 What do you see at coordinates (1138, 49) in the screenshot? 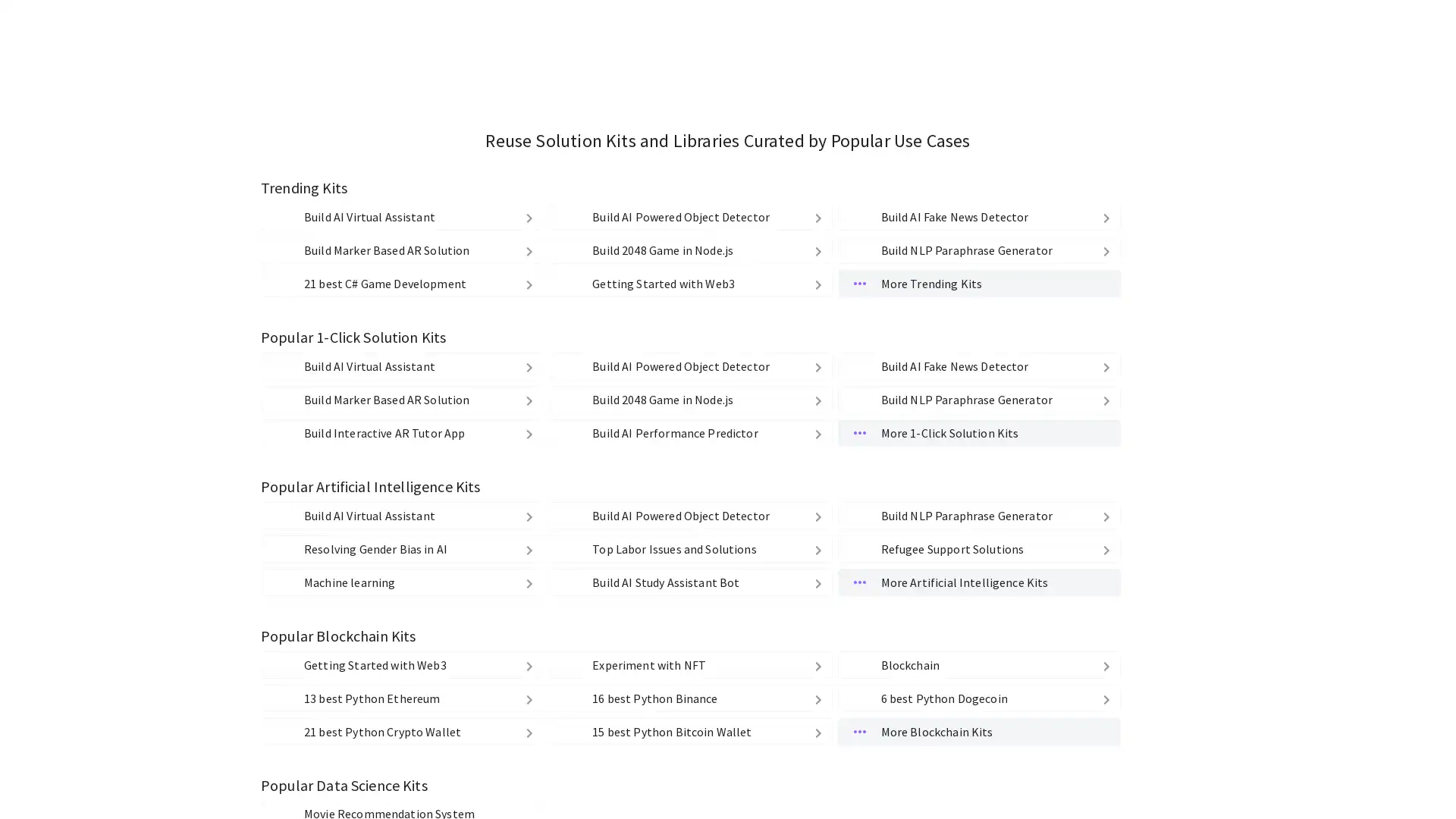
I see `Explore Kits` at bounding box center [1138, 49].